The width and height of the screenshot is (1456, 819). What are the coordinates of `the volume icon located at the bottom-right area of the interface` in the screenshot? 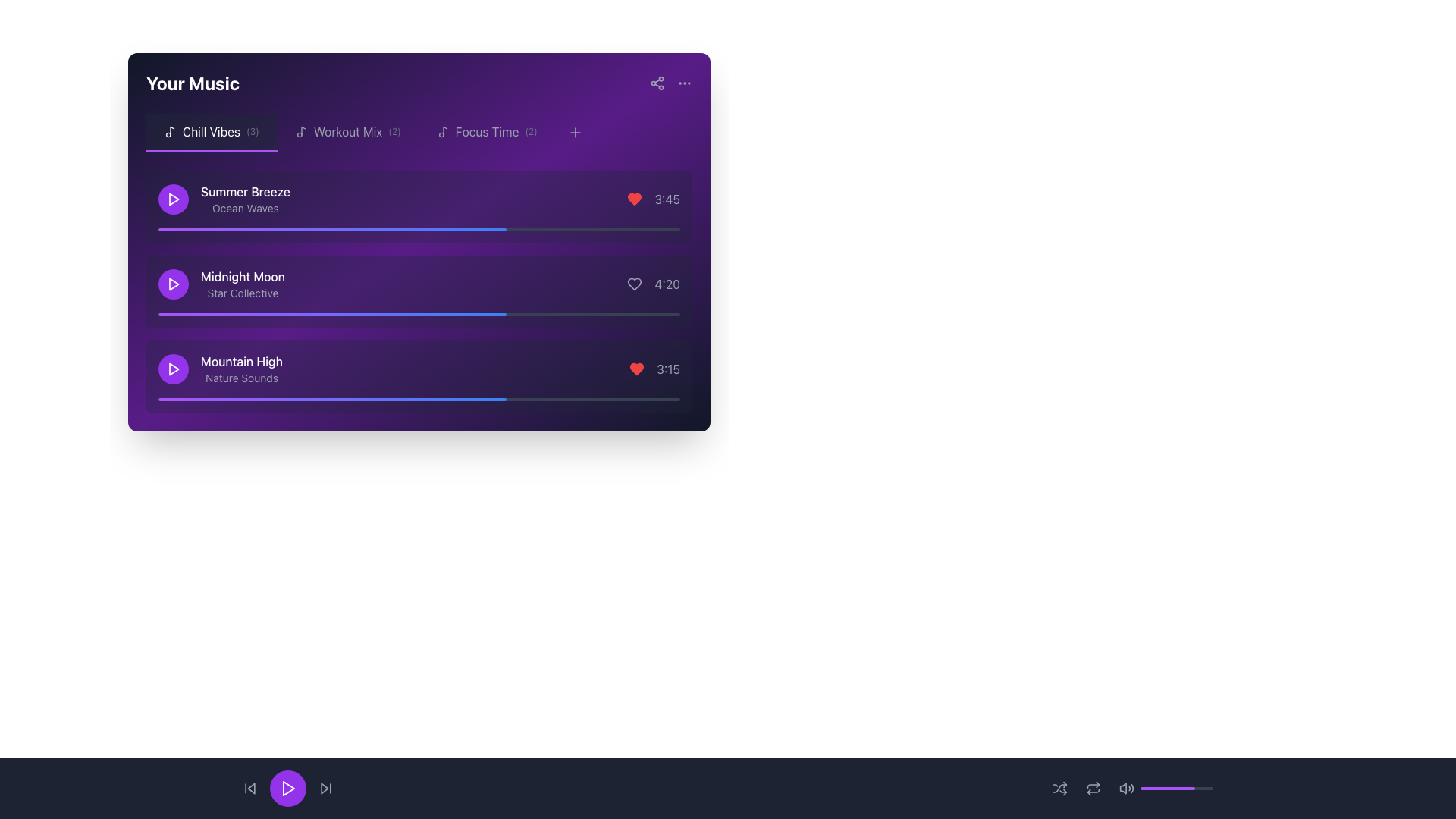 It's located at (1127, 788).